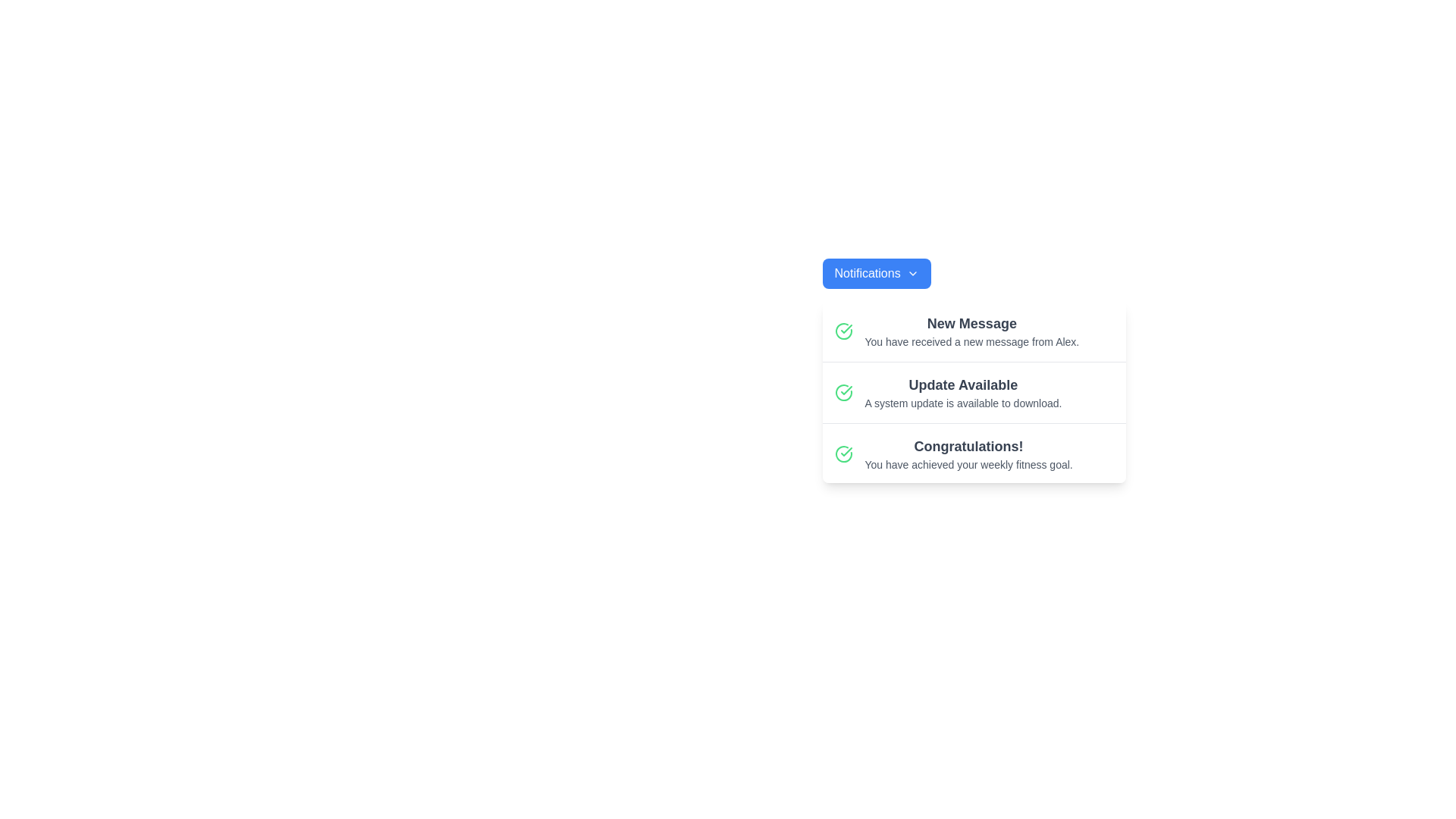  I want to click on the success indicator icon located on the left side of the content row that reads 'Congratulations! You have achieved your weekly fitness goal.', so click(843, 453).